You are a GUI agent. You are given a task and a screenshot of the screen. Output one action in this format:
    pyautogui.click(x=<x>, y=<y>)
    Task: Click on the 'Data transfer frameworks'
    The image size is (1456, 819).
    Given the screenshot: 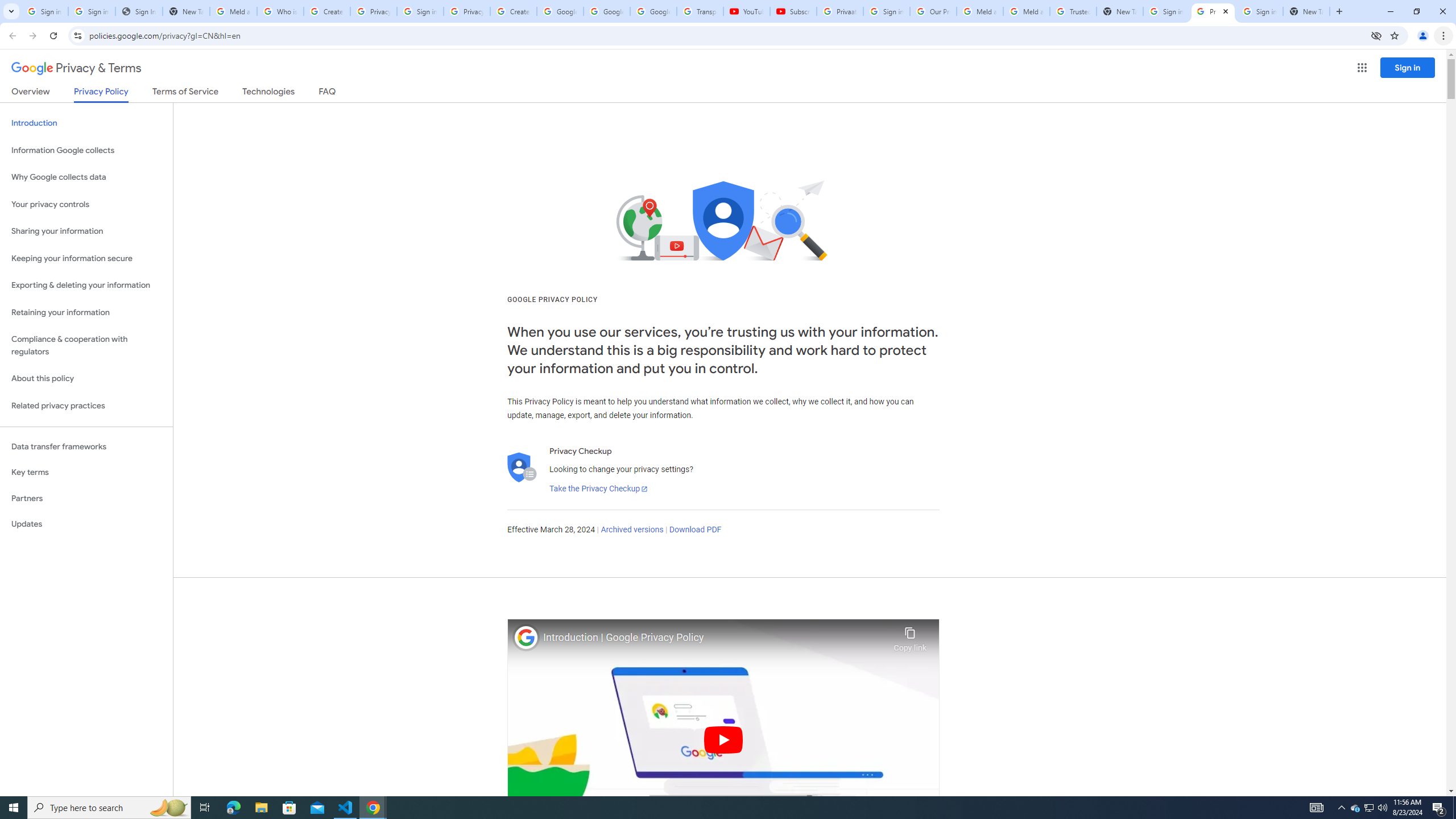 What is the action you would take?
    pyautogui.click(x=86, y=446)
    